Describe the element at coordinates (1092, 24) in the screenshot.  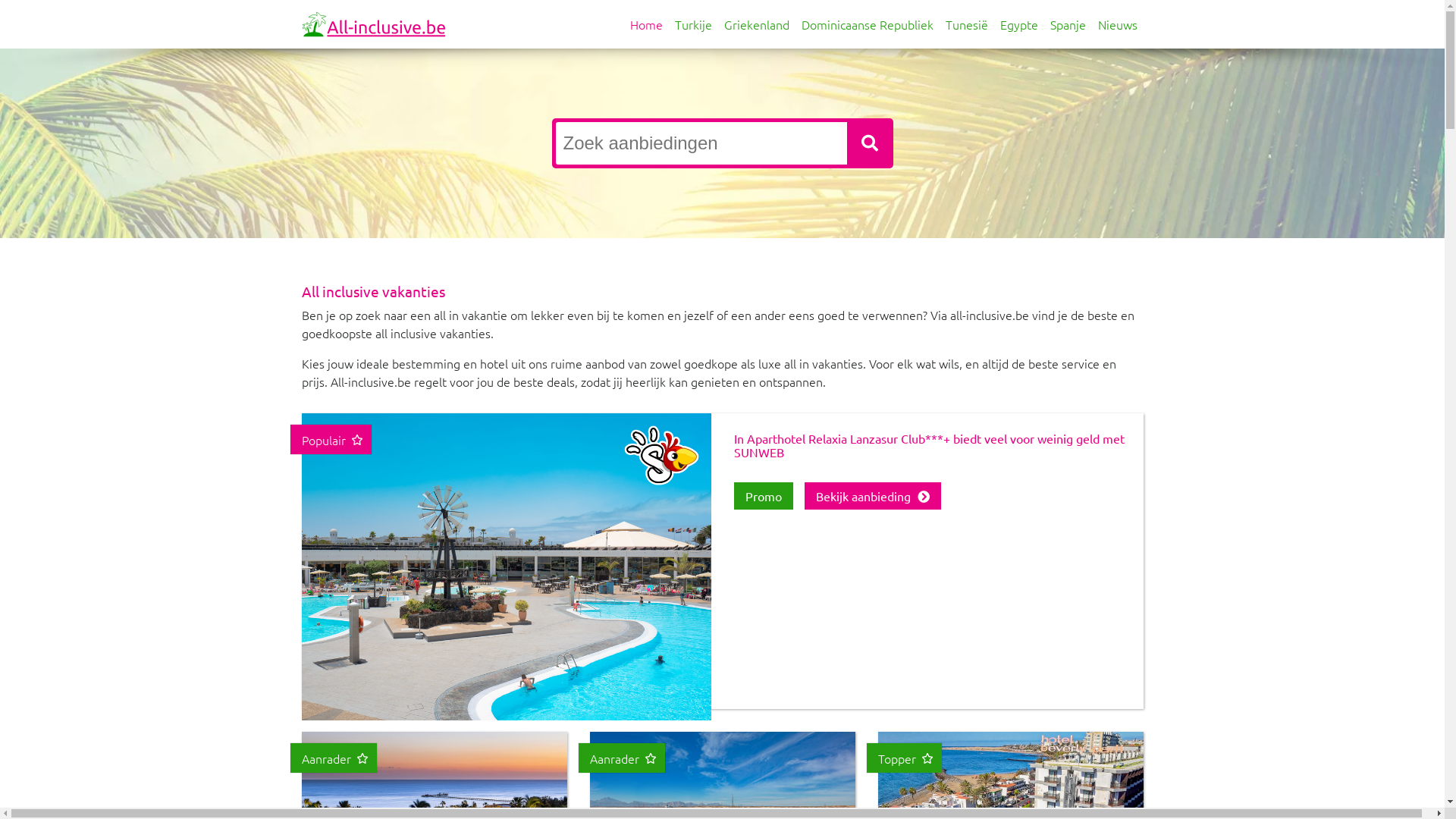
I see `'Nieuws'` at that location.